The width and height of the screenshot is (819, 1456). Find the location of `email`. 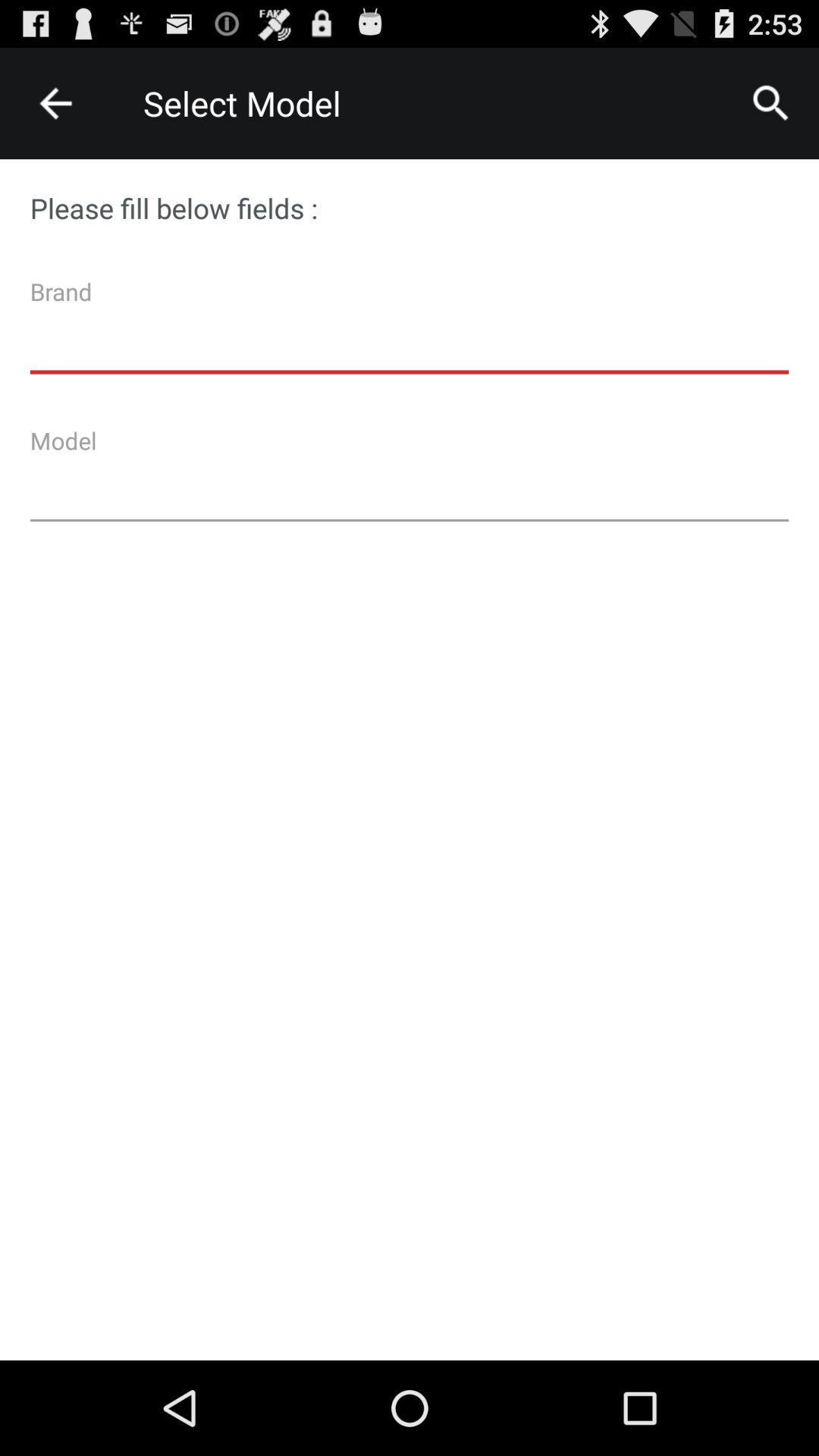

email is located at coordinates (409, 331).